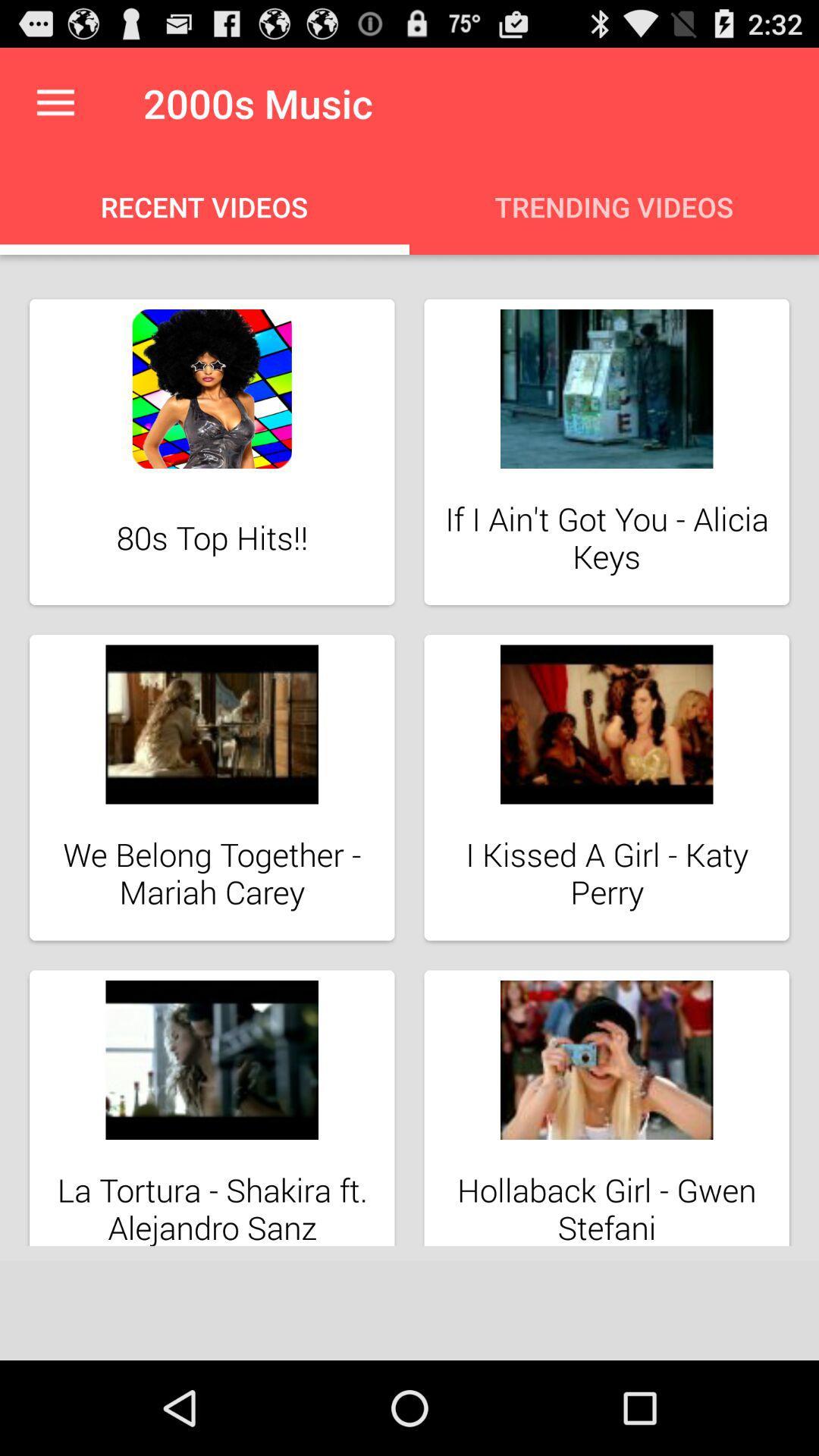 The height and width of the screenshot is (1456, 819). What do you see at coordinates (55, 102) in the screenshot?
I see `item next to the 2000s music item` at bounding box center [55, 102].